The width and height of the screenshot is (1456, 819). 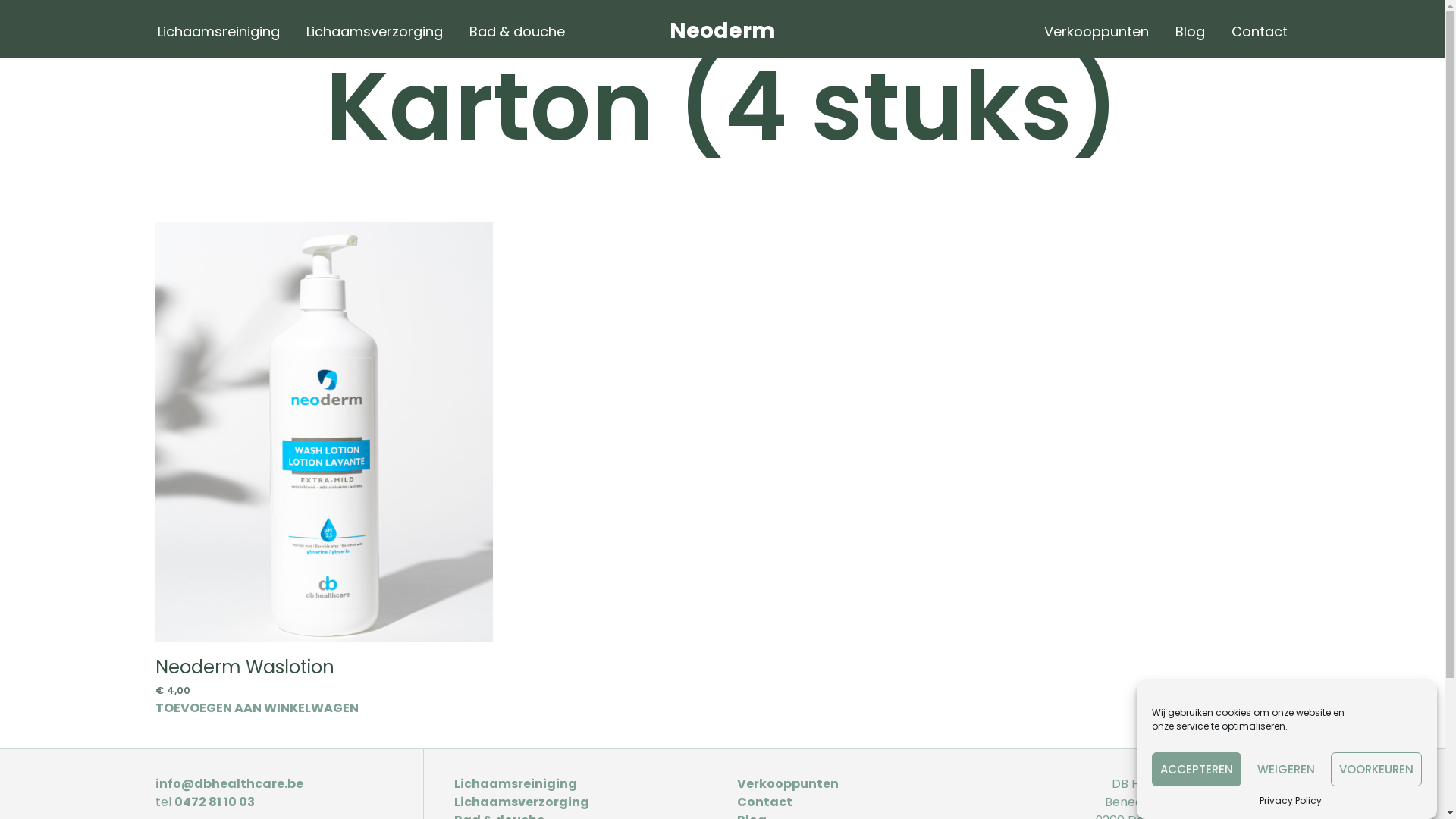 I want to click on 'TOEVOEGEN AAN WINKELWAGEN', so click(x=257, y=707).